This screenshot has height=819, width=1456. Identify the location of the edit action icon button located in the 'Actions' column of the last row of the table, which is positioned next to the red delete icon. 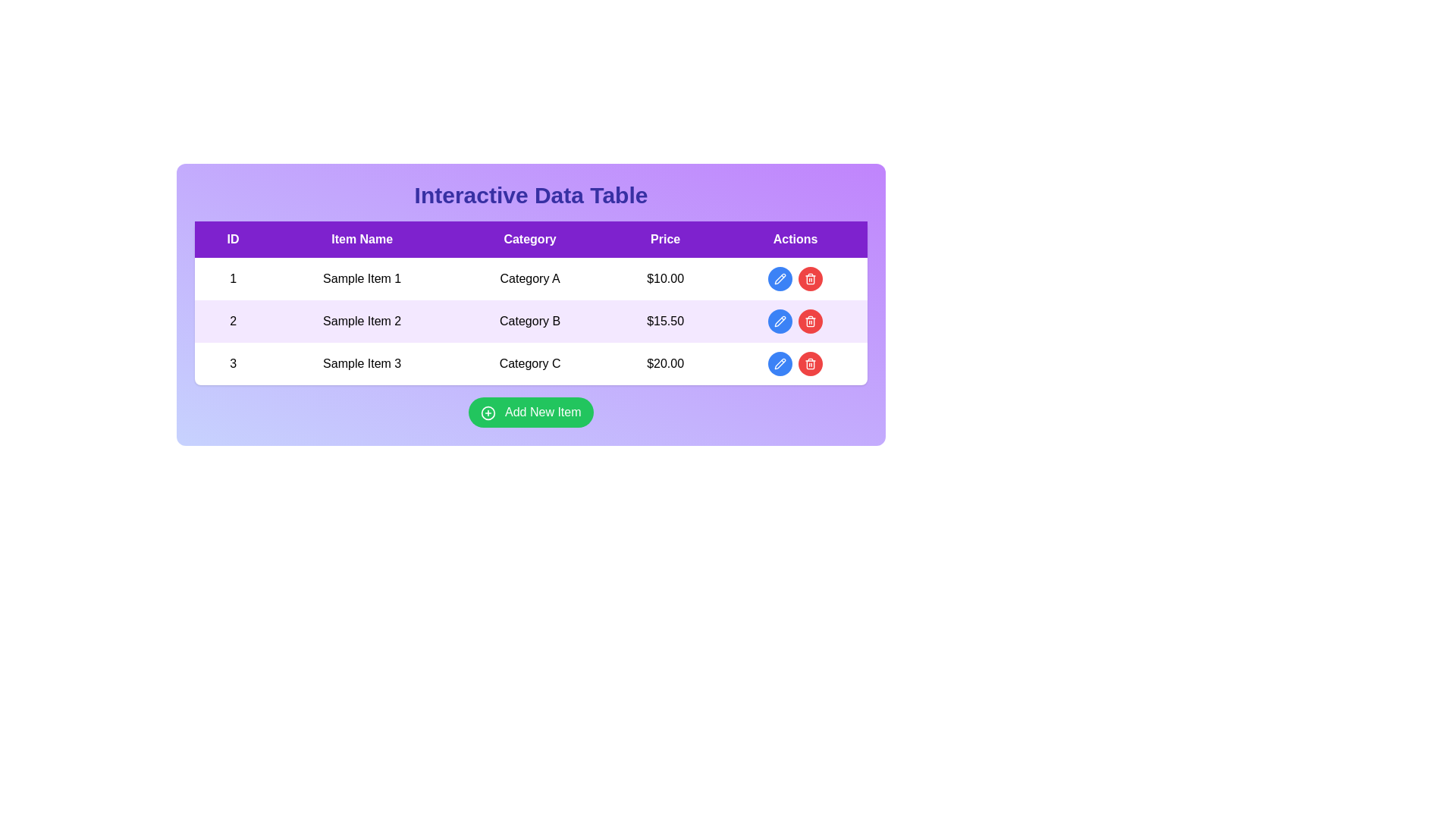
(780, 363).